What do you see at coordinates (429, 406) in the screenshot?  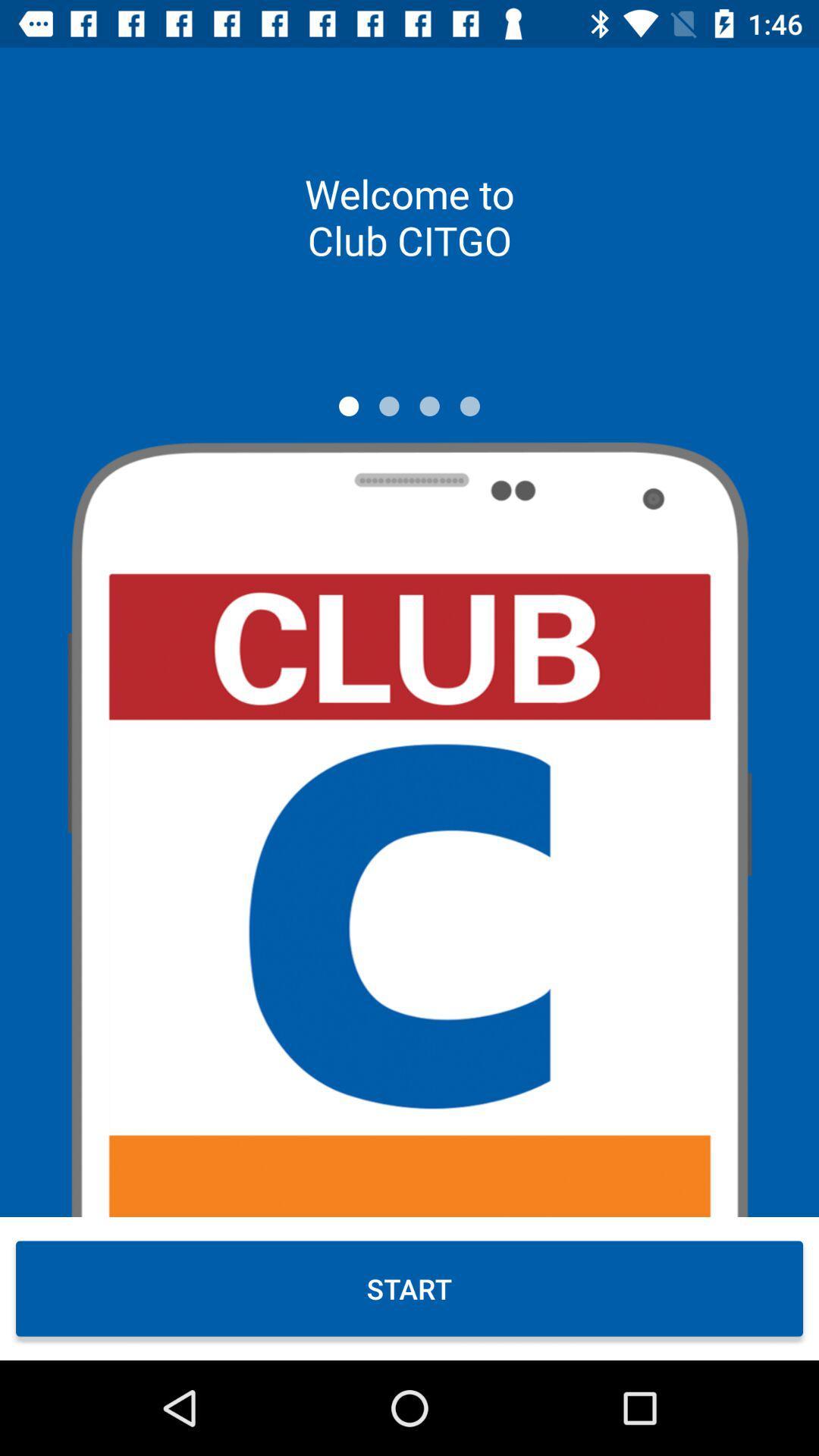 I see `click more information` at bounding box center [429, 406].